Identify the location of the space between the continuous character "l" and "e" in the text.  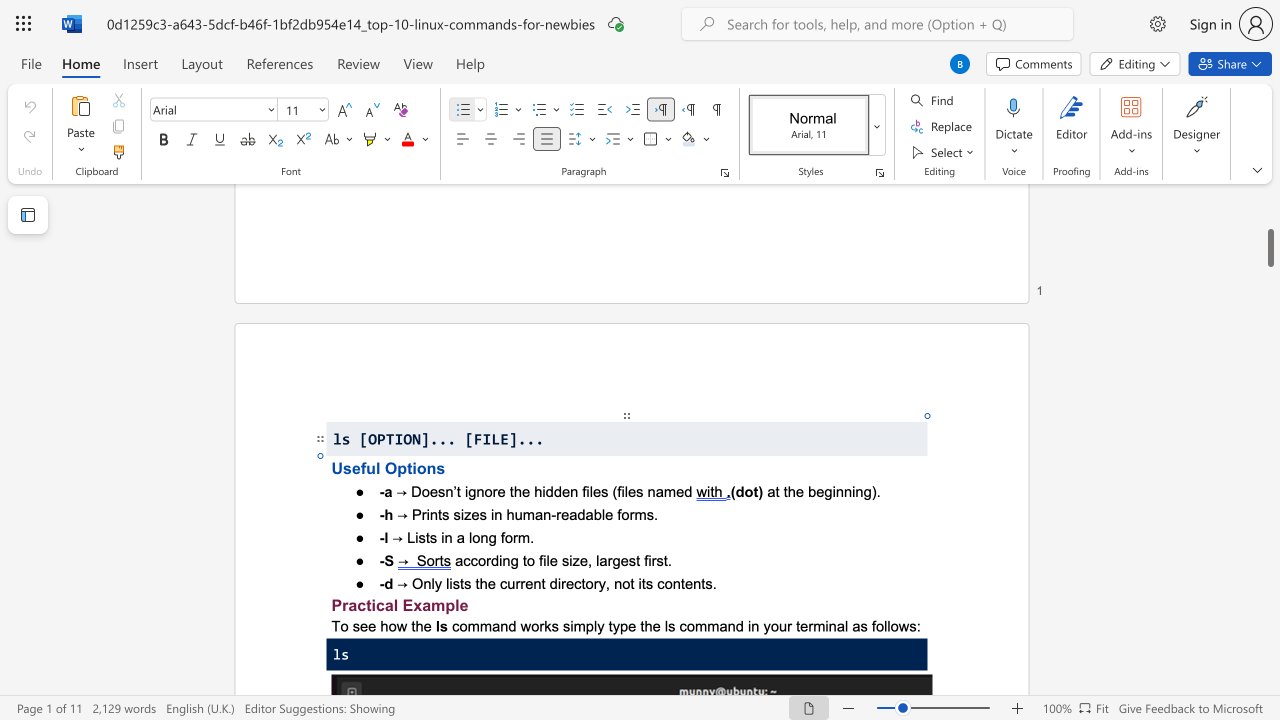
(605, 513).